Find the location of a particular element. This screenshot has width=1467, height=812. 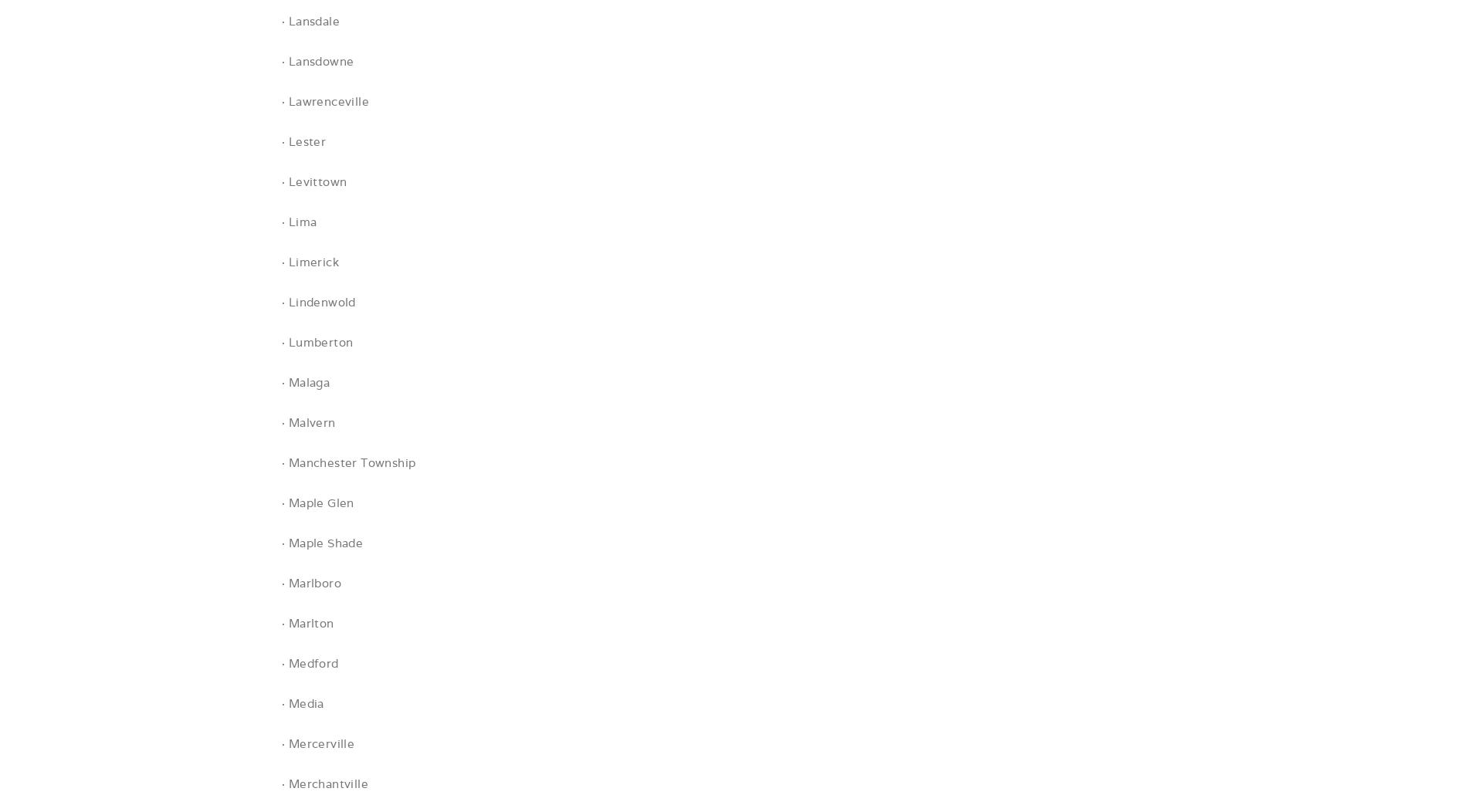

'· Media' is located at coordinates (301, 703).